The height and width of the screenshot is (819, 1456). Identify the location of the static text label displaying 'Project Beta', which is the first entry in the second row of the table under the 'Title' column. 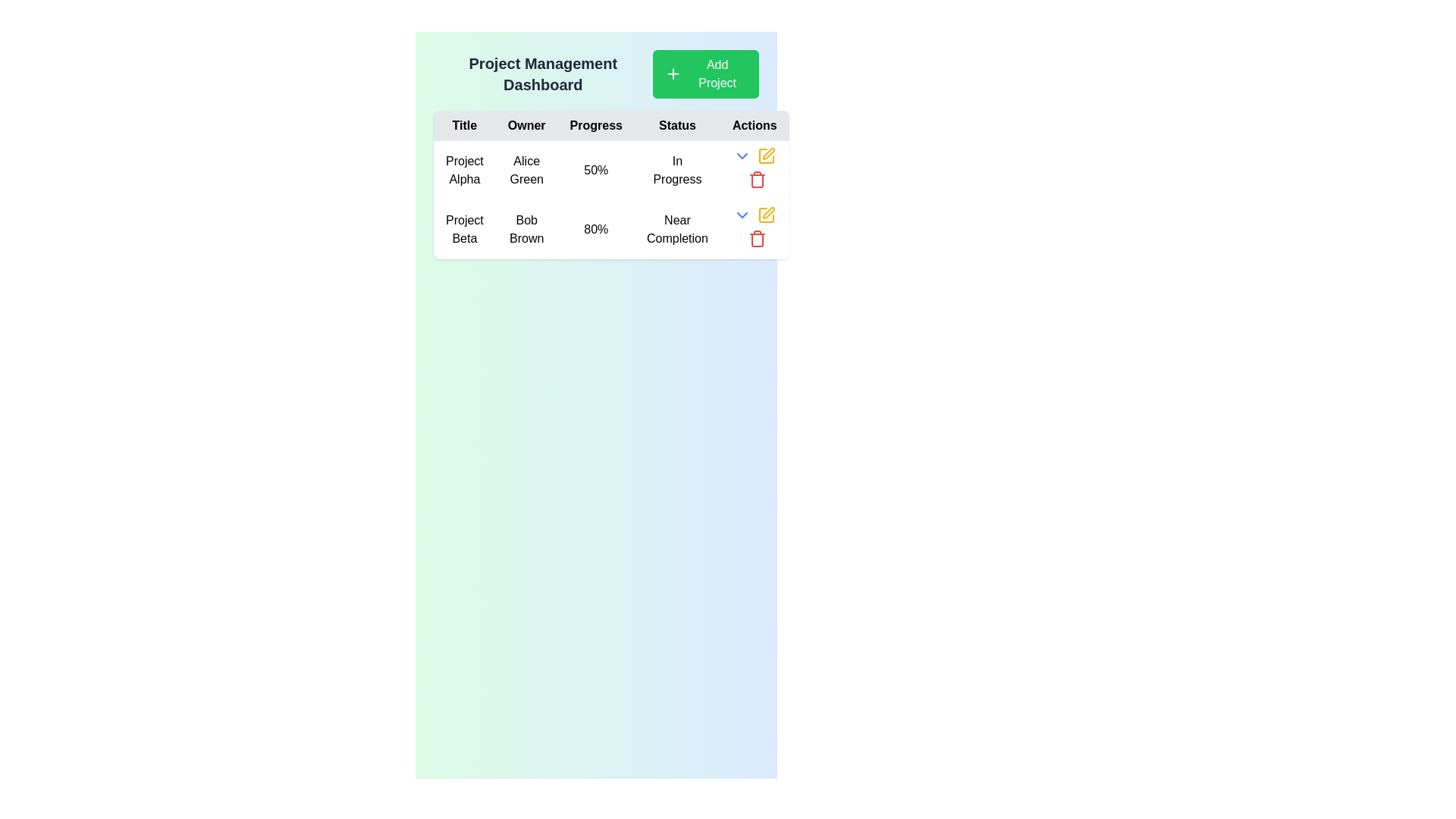
(463, 230).